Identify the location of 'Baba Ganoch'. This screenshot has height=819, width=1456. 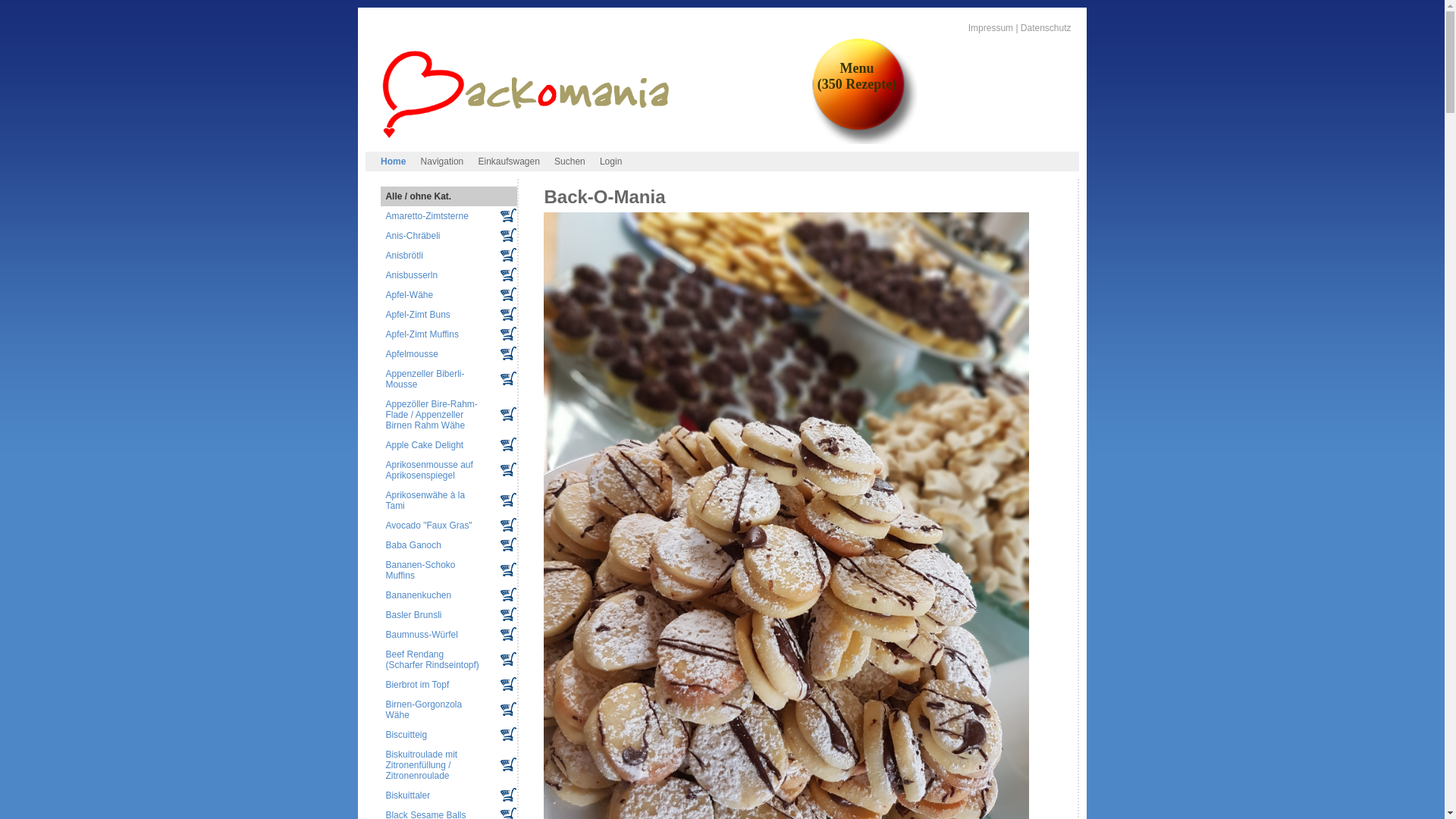
(413, 544).